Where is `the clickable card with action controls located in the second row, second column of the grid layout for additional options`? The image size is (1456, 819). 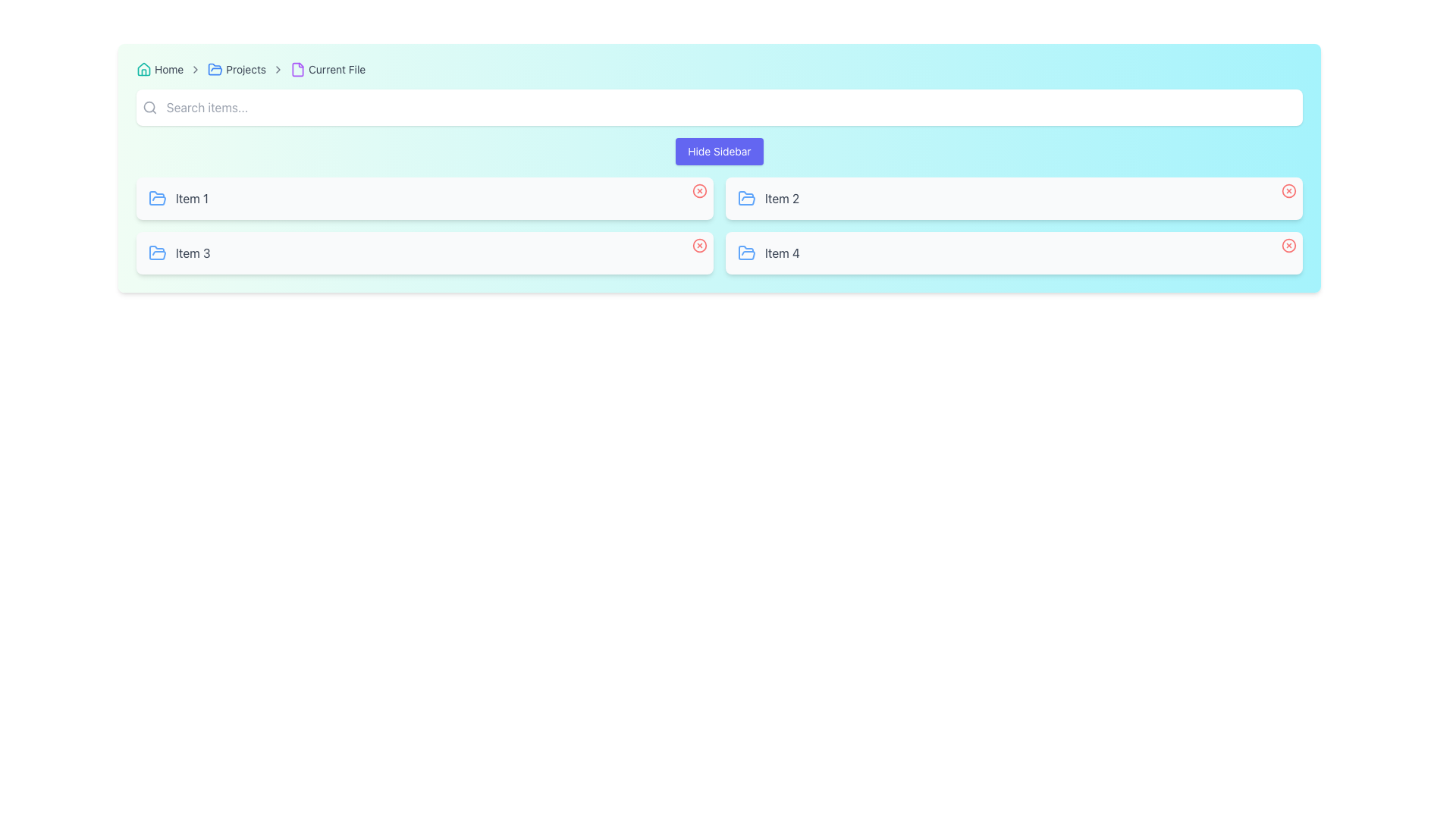
the clickable card with action controls located in the second row, second column of the grid layout for additional options is located at coordinates (1014, 253).